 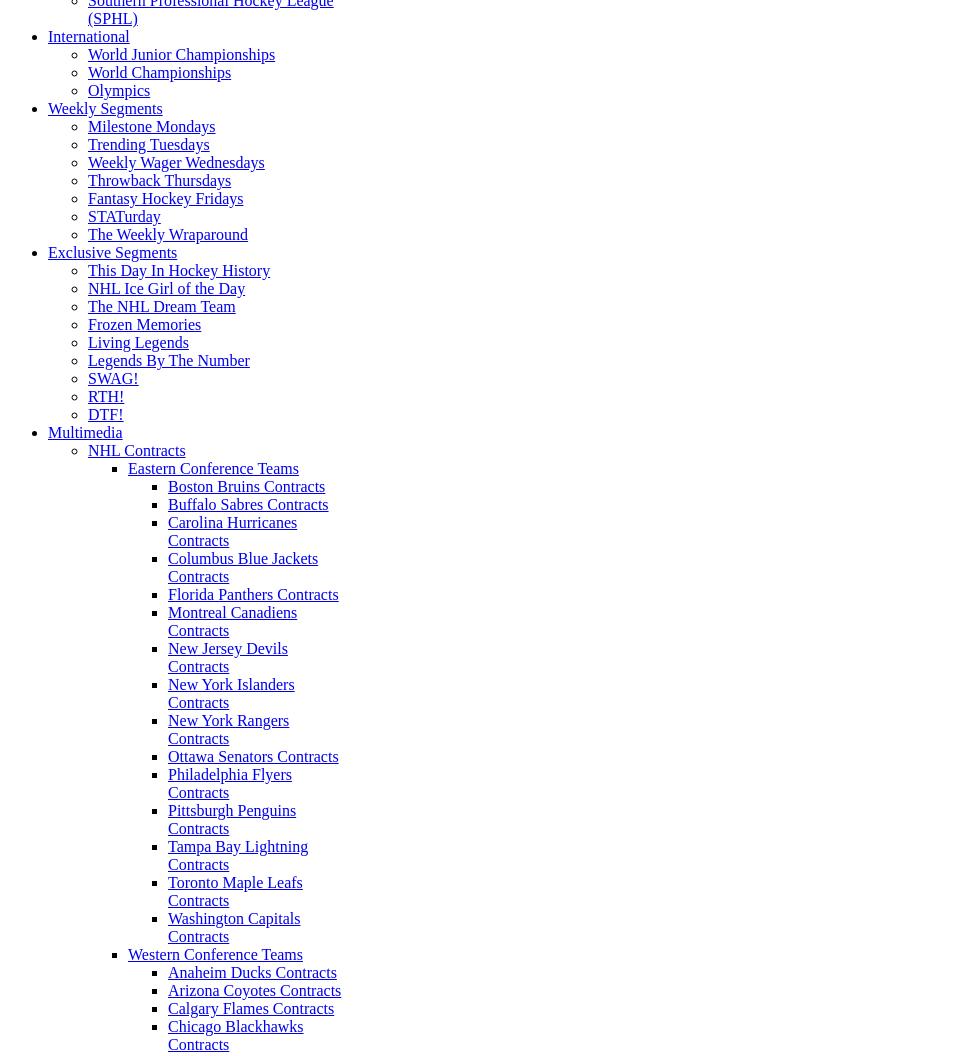 I want to click on 'Chicago Blackhawks Contracts', so click(x=168, y=1034).